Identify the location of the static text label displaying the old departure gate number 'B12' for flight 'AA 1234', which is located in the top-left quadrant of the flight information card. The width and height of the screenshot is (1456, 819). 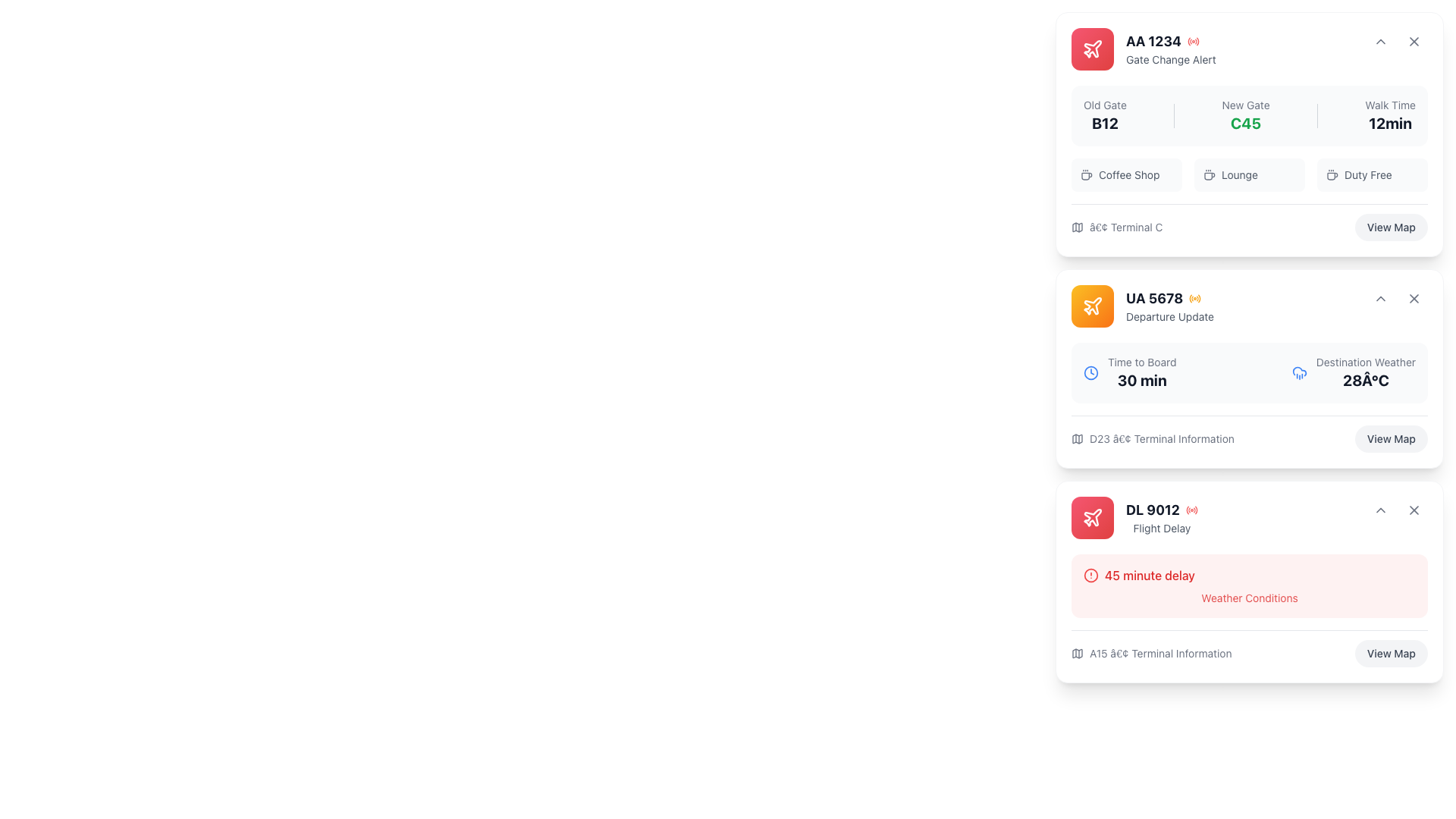
(1105, 122).